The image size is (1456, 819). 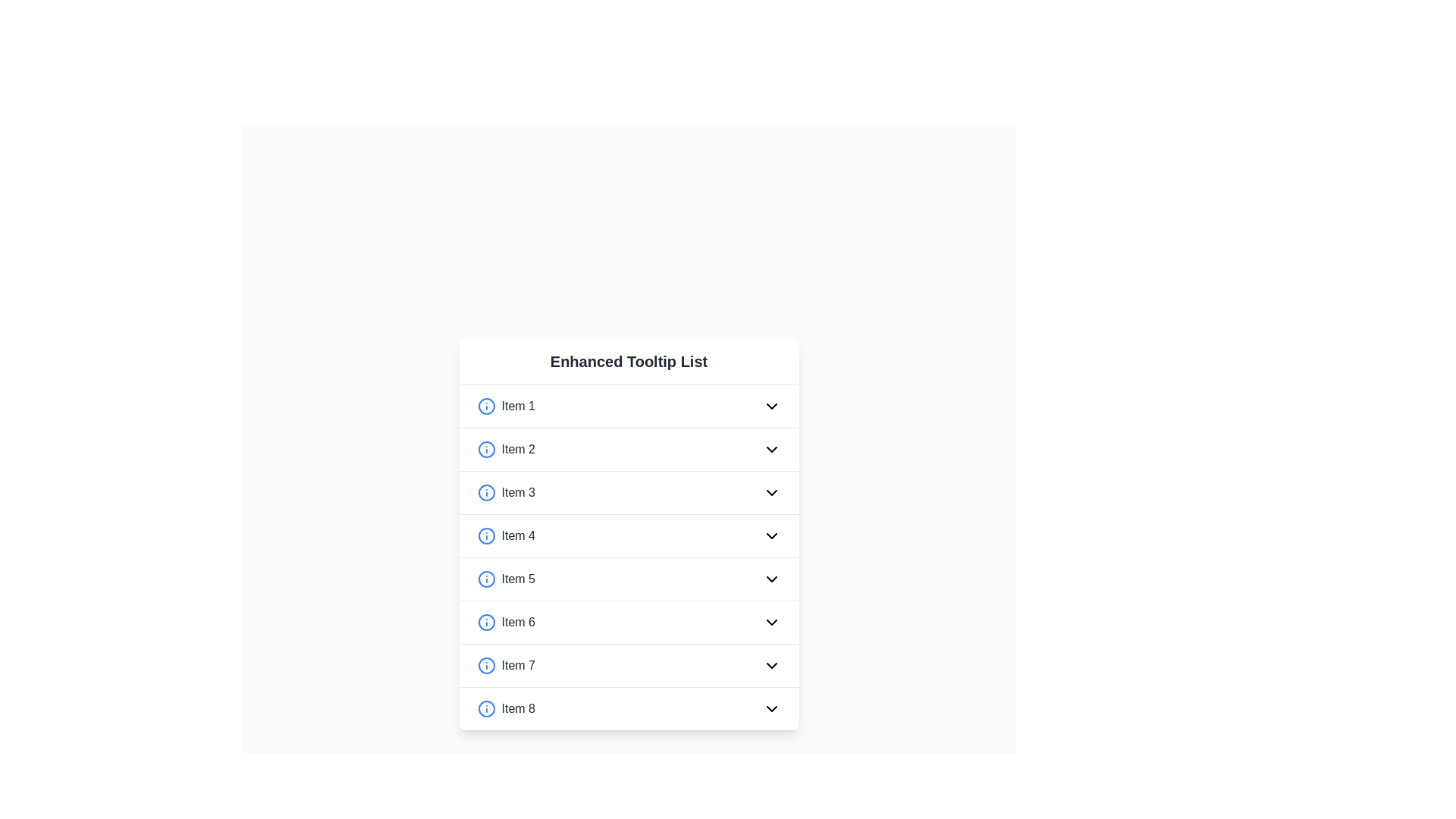 I want to click on text label for the sixth item in the list, which is positioned between 'Item 5' and 'Item 7', following an icon with a blue information symbol, so click(x=518, y=623).